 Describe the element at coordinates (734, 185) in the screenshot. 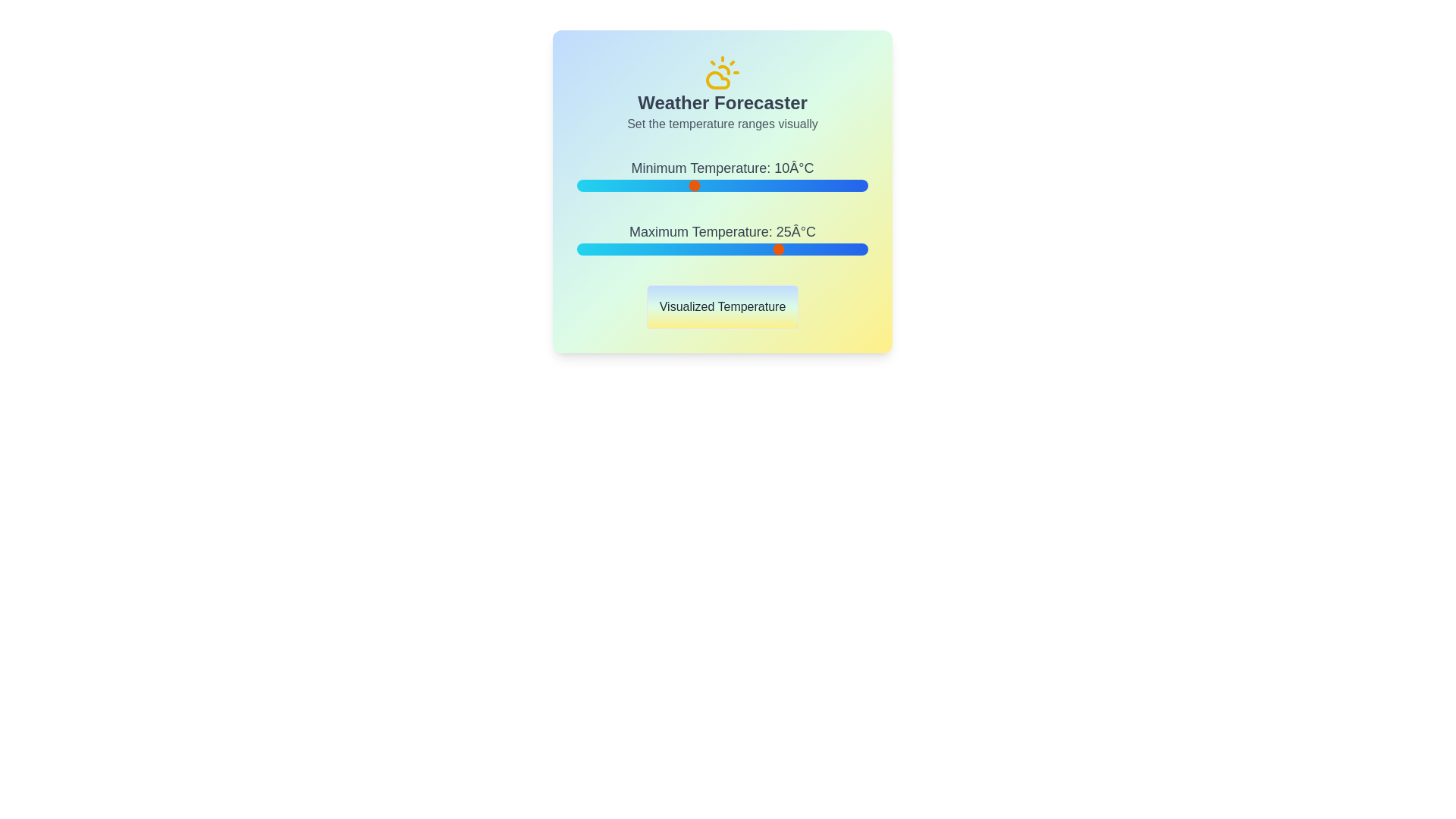

I see `the minimum temperature slider to 17°C` at that location.